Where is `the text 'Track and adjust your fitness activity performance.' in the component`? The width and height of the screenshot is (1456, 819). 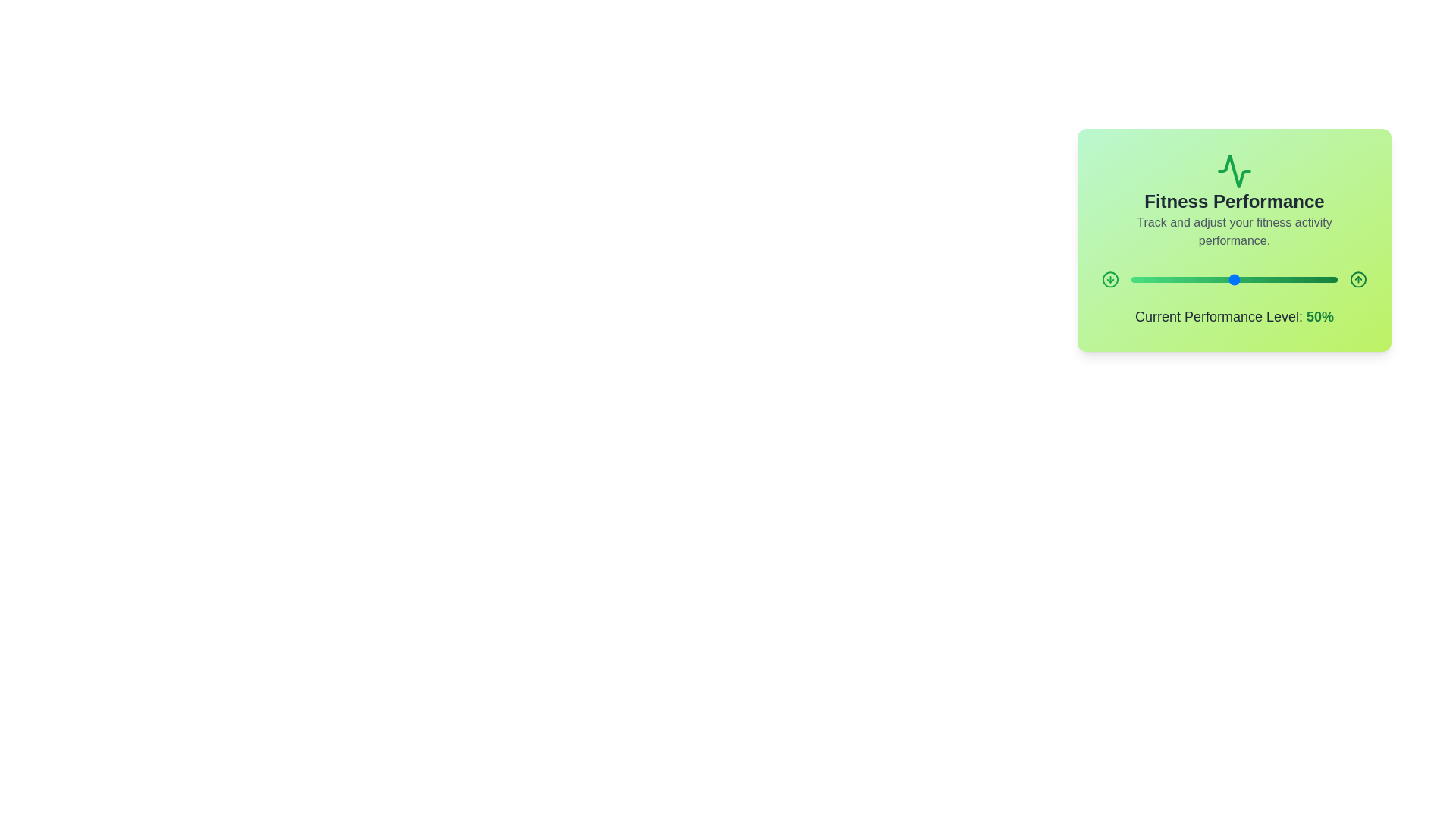 the text 'Track and adjust your fitness activity performance.' in the component is located at coordinates (1234, 231).